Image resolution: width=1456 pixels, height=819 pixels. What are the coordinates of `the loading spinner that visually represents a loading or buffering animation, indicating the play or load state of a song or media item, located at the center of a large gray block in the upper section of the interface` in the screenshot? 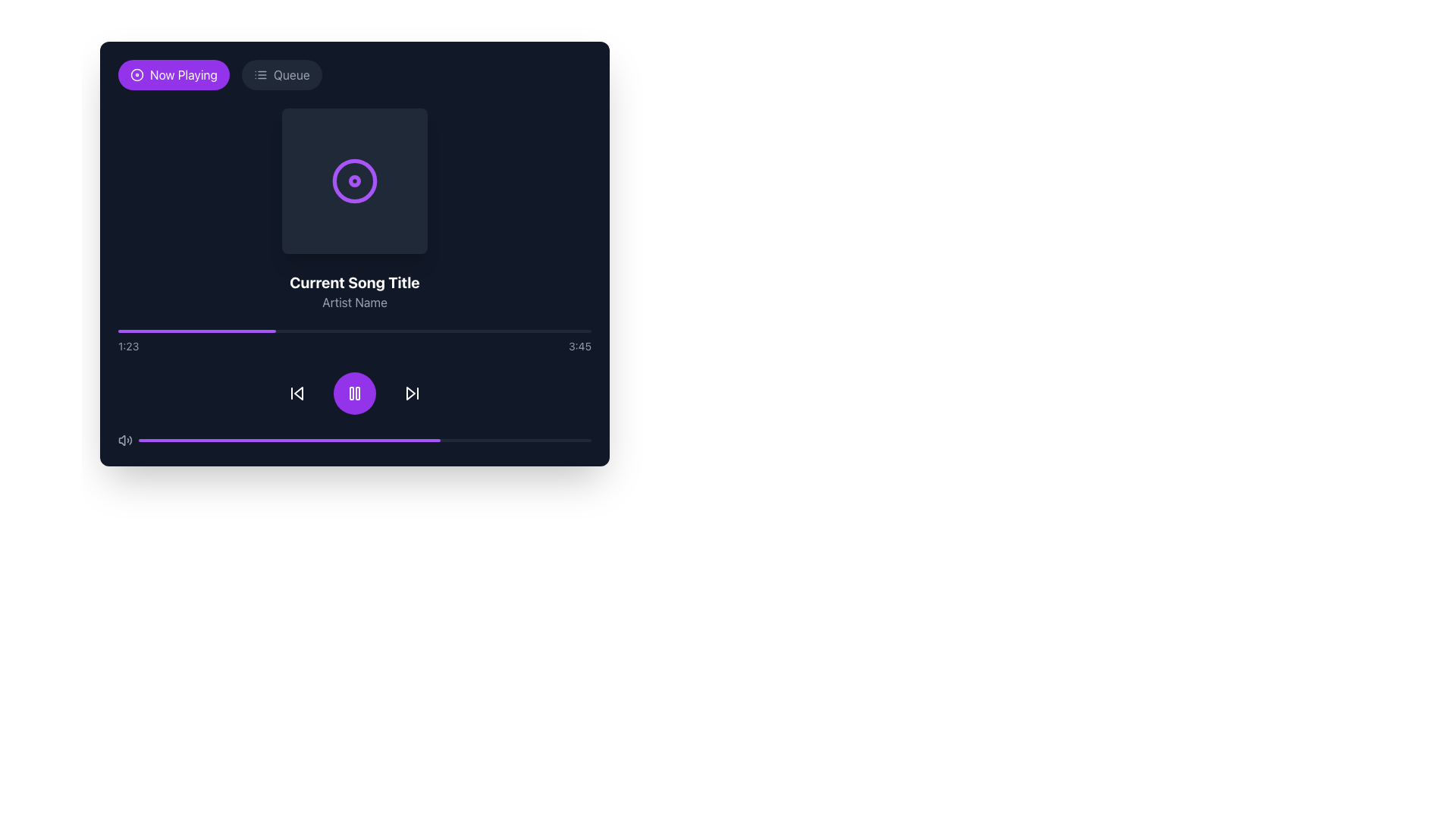 It's located at (353, 180).